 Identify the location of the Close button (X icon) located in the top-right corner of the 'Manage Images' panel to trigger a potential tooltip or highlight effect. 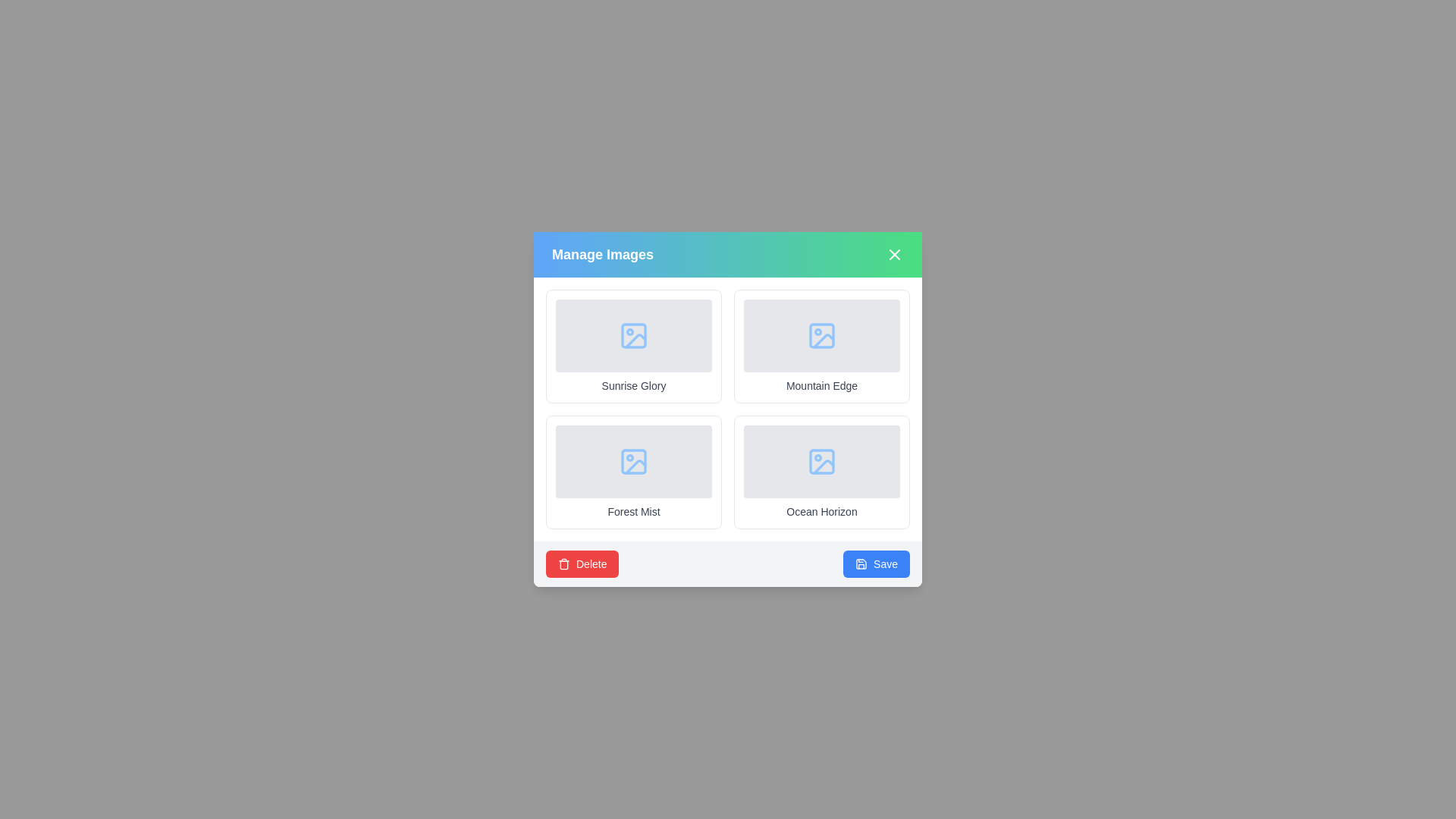
(895, 253).